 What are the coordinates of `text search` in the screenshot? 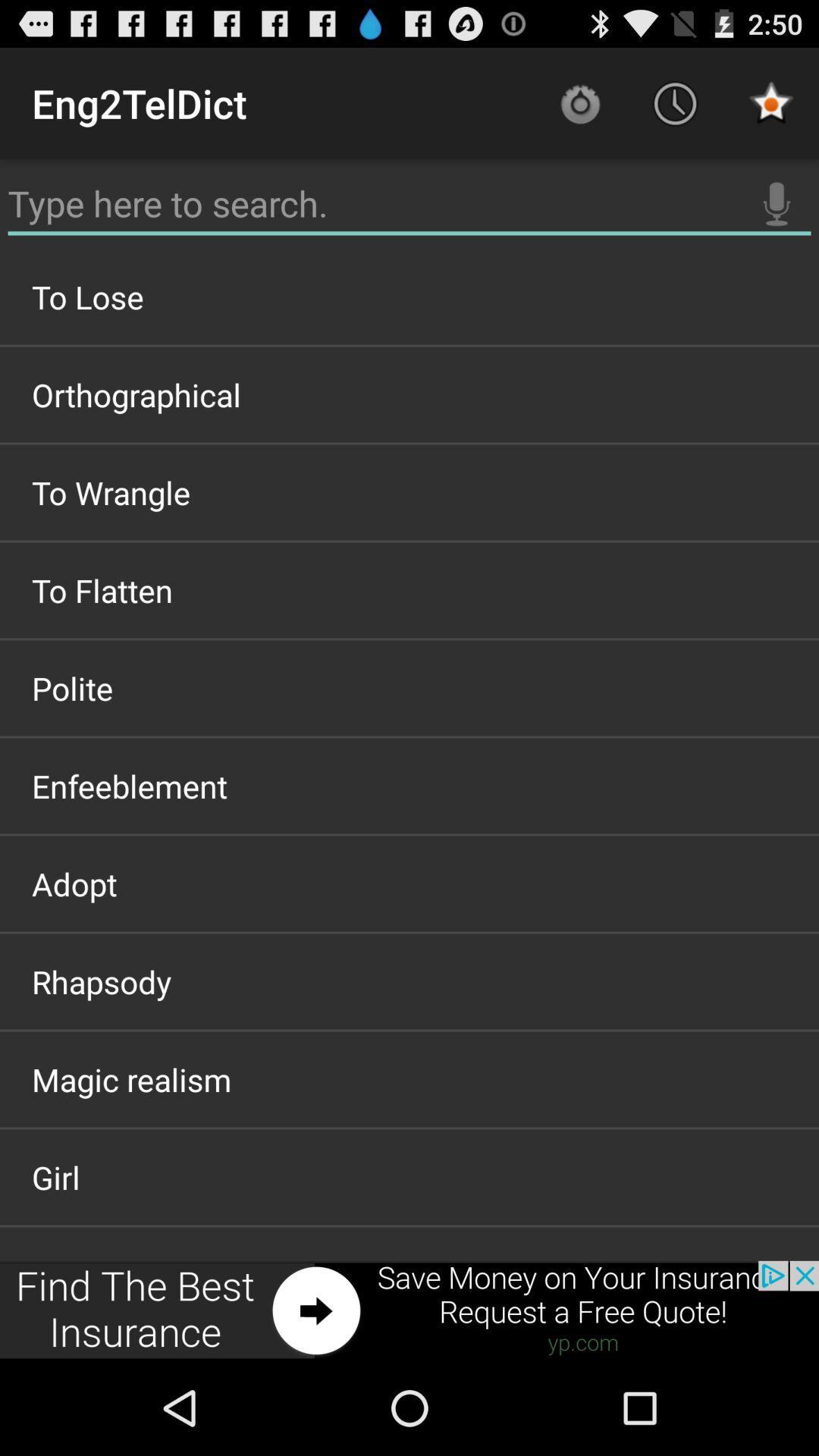 It's located at (409, 203).